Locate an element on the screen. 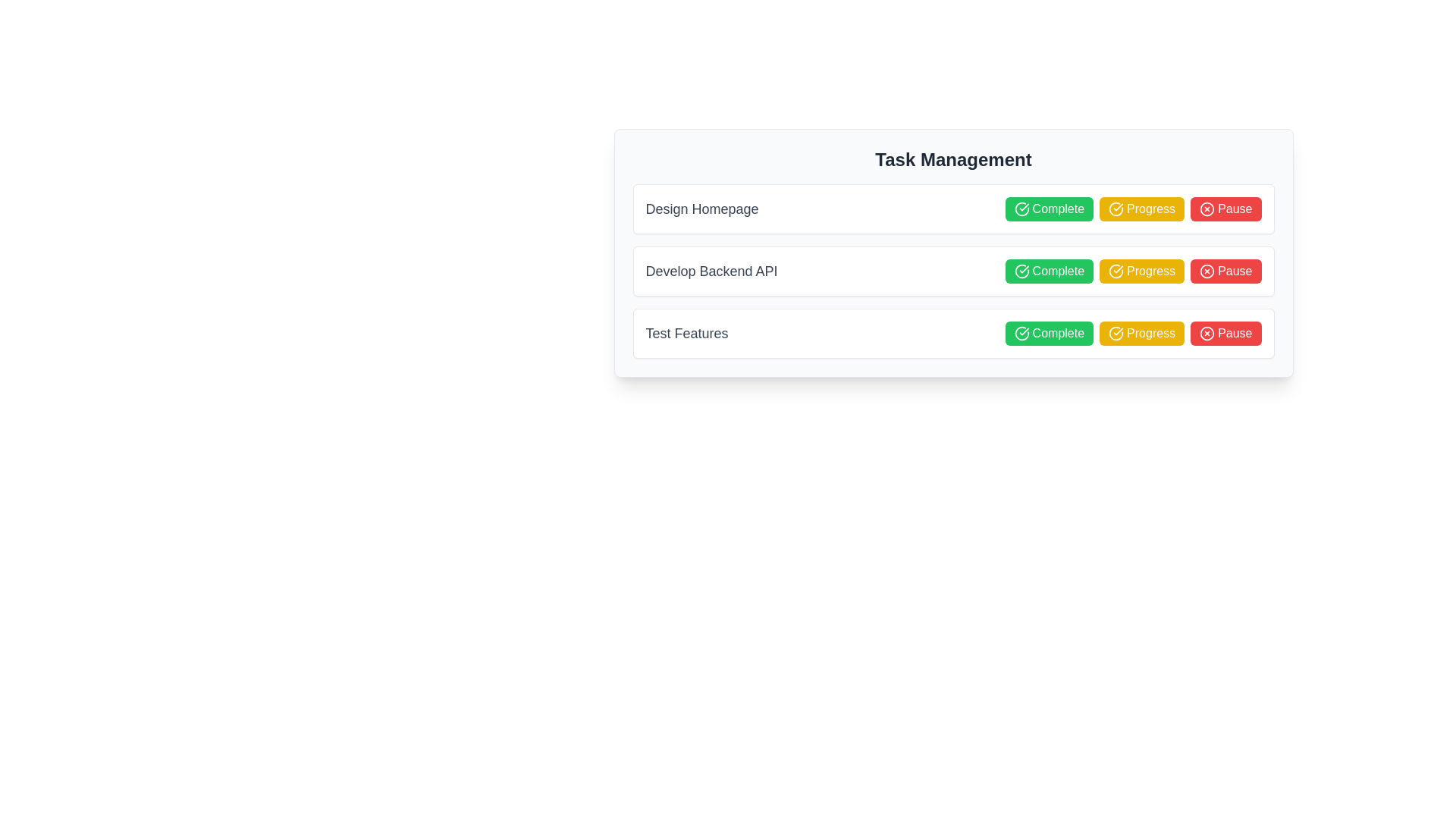  the Text Label that serves as a descriptive title for the task management panel, positioned at the top of the panel and centered horizontally is located at coordinates (952, 160).